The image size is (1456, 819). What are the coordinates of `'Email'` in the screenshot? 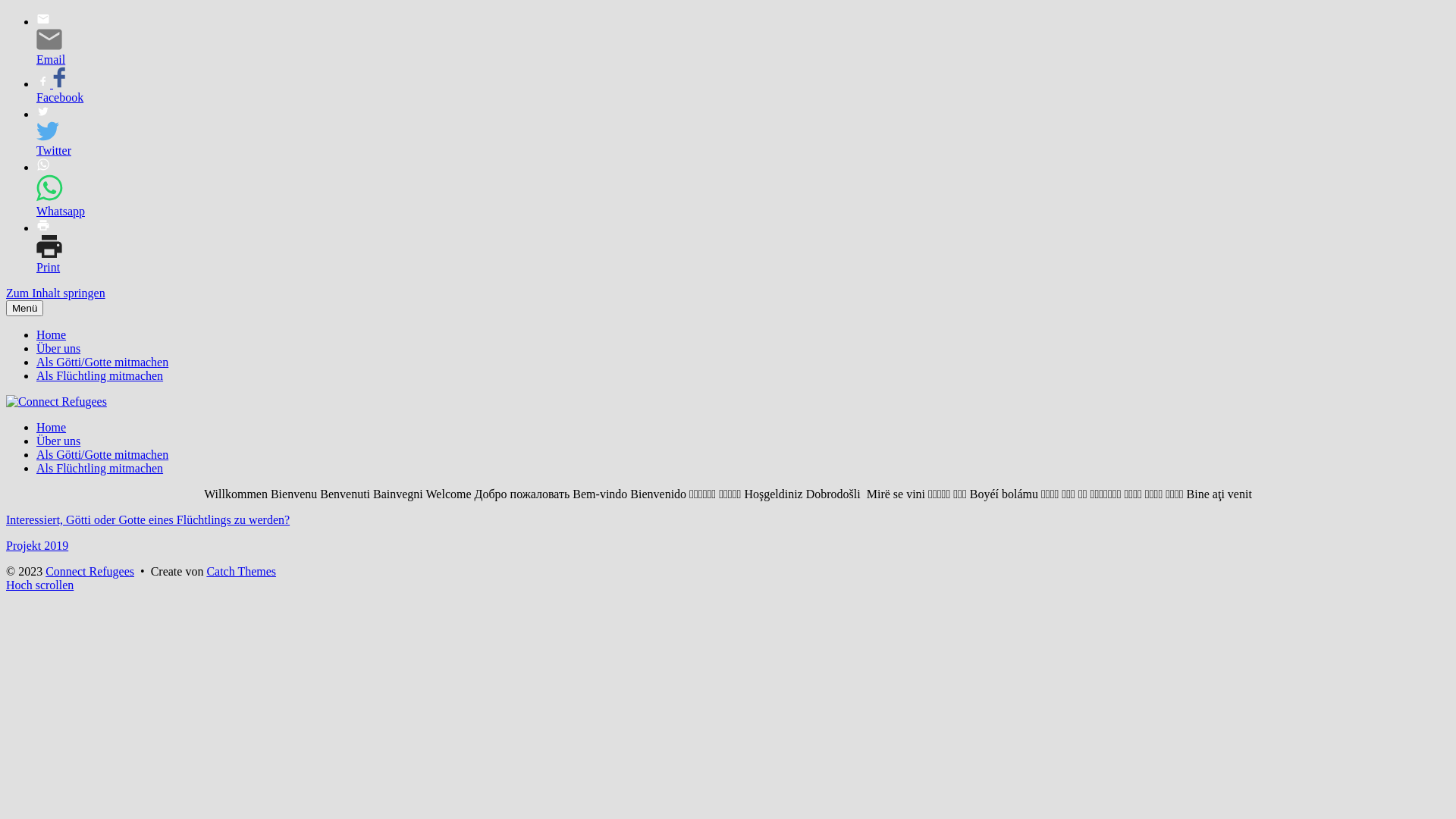 It's located at (55, 40).